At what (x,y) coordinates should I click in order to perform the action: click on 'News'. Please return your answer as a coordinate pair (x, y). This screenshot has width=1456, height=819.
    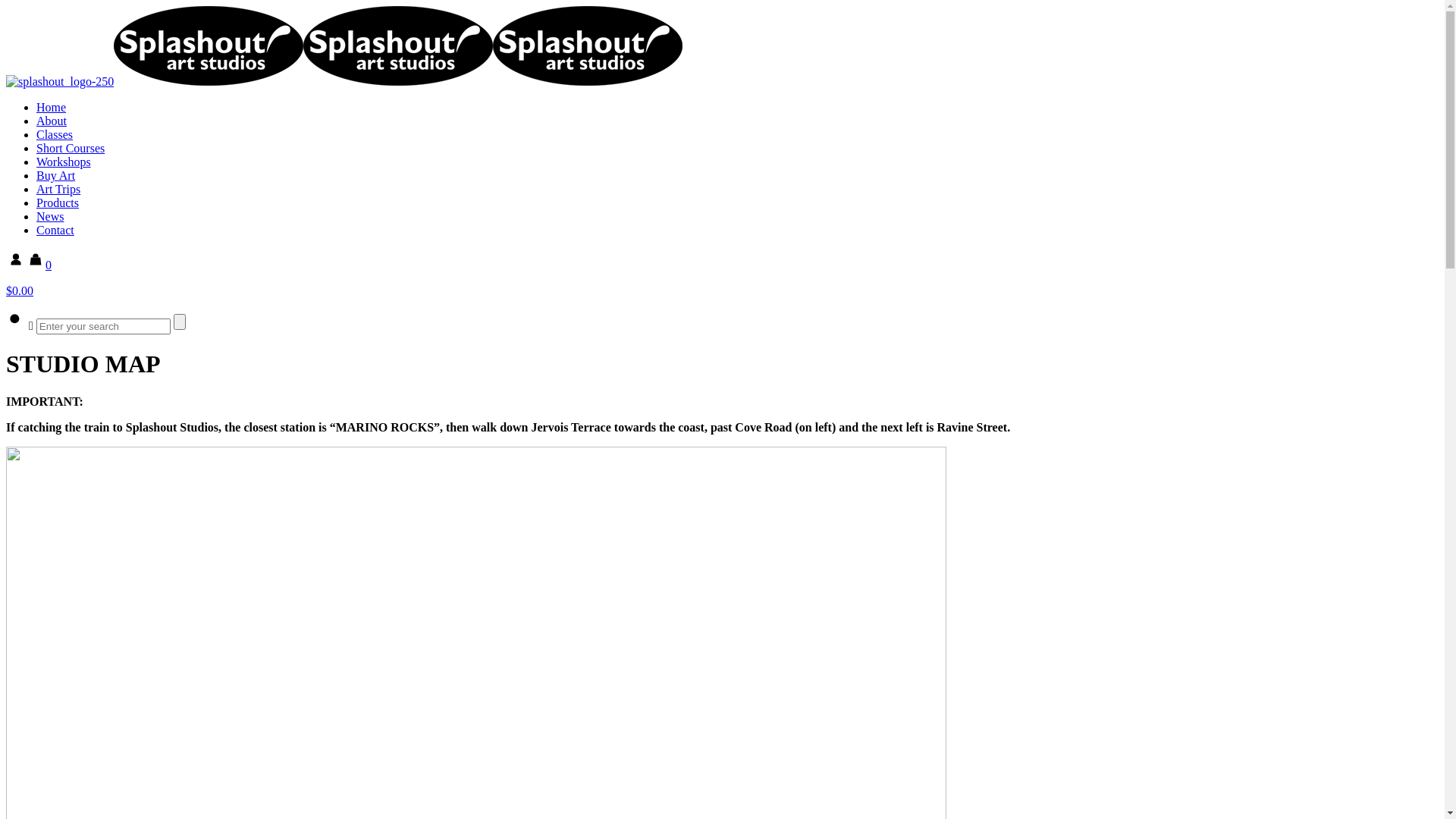
    Looking at the image, I should click on (50, 216).